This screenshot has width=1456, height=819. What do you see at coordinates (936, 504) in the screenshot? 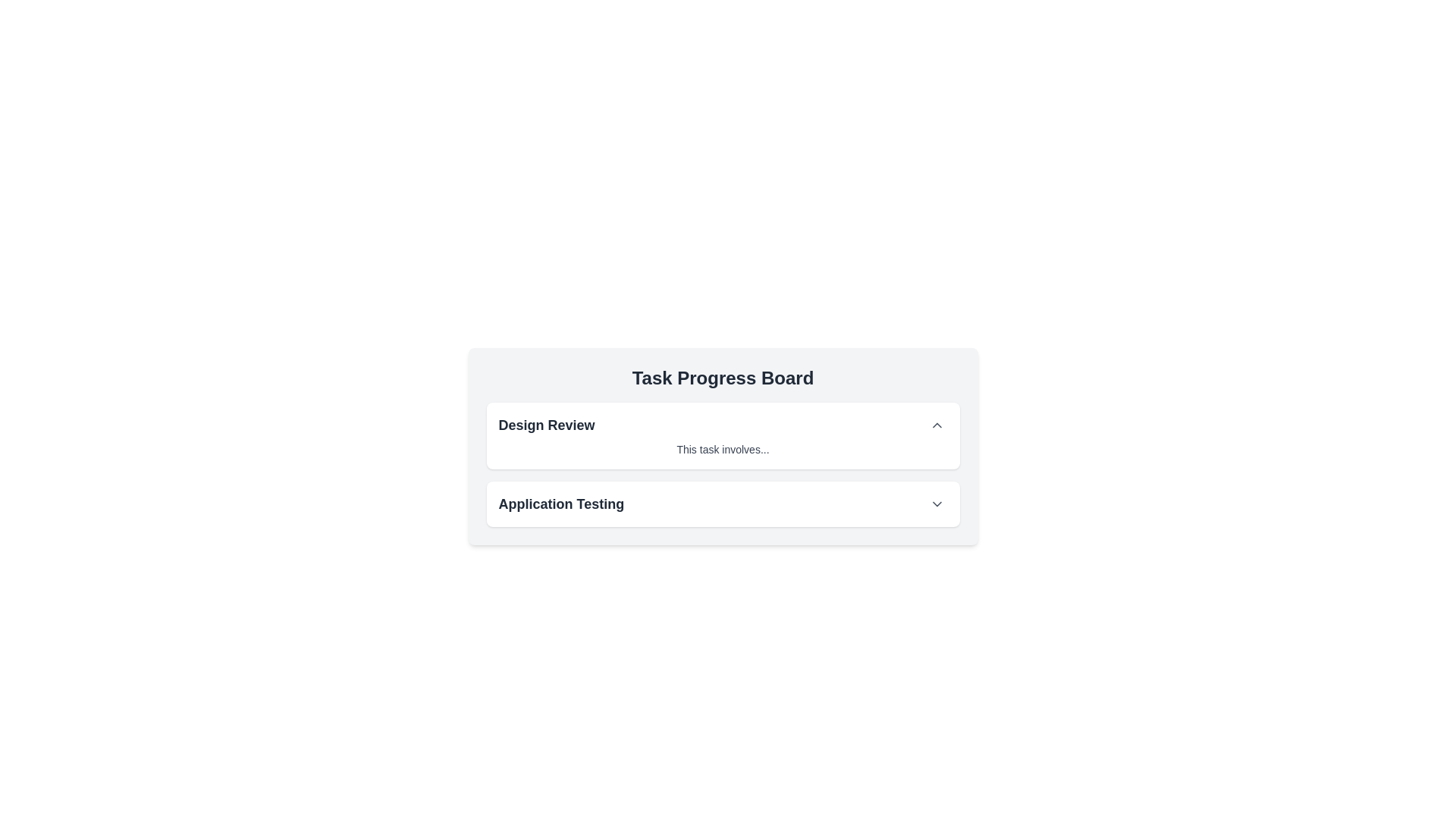
I see `the chevron-down icon button located at the far right of the 'Application Testing' section` at bounding box center [936, 504].